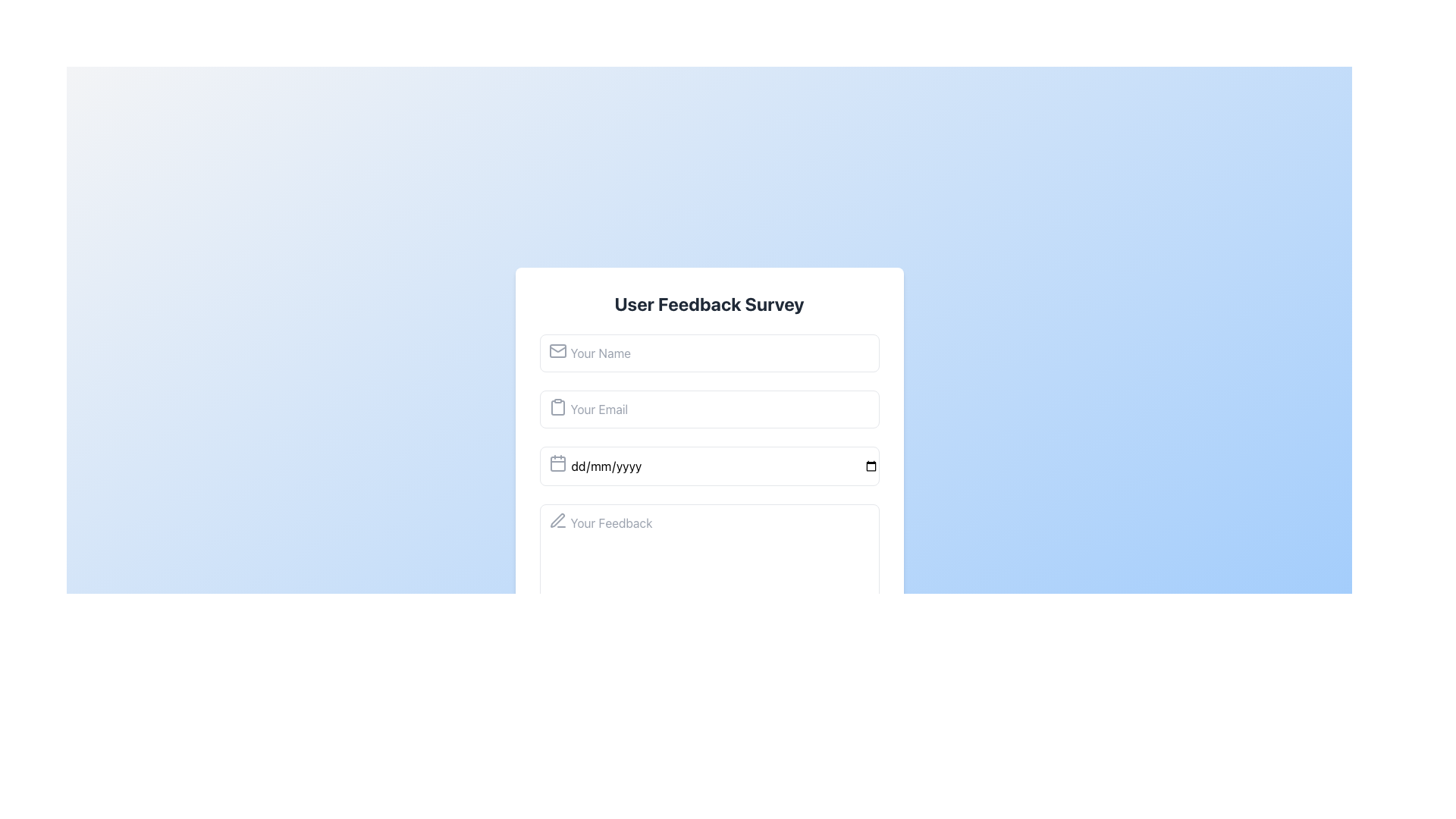 Image resolution: width=1456 pixels, height=819 pixels. What do you see at coordinates (557, 519) in the screenshot?
I see `the small gray pen icon located to the left of the 'Your Feedback' text area input box` at bounding box center [557, 519].